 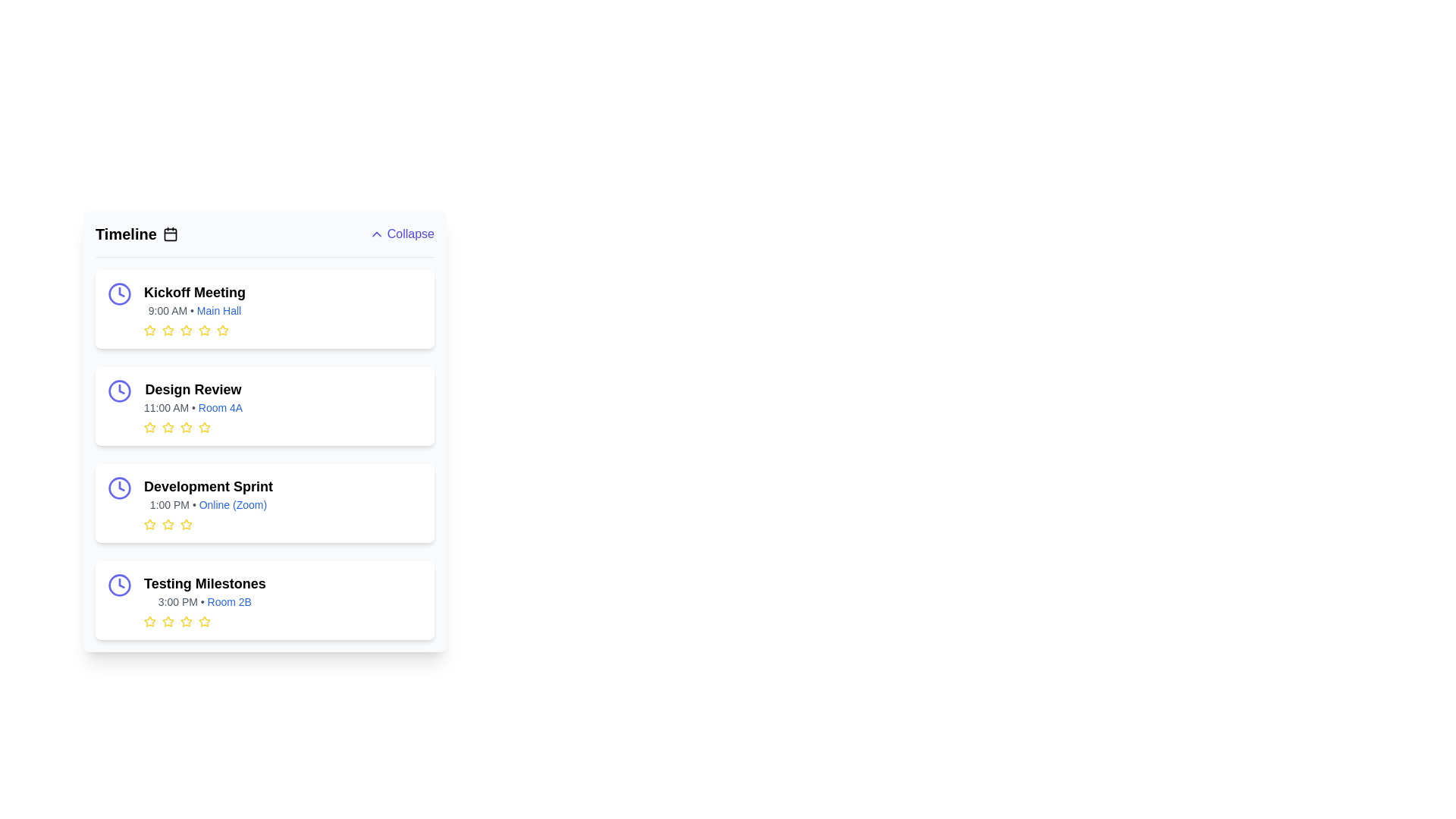 What do you see at coordinates (119, 584) in the screenshot?
I see `the indigo clock icon located at the top left corner of the 'Testing Milestones' card` at bounding box center [119, 584].